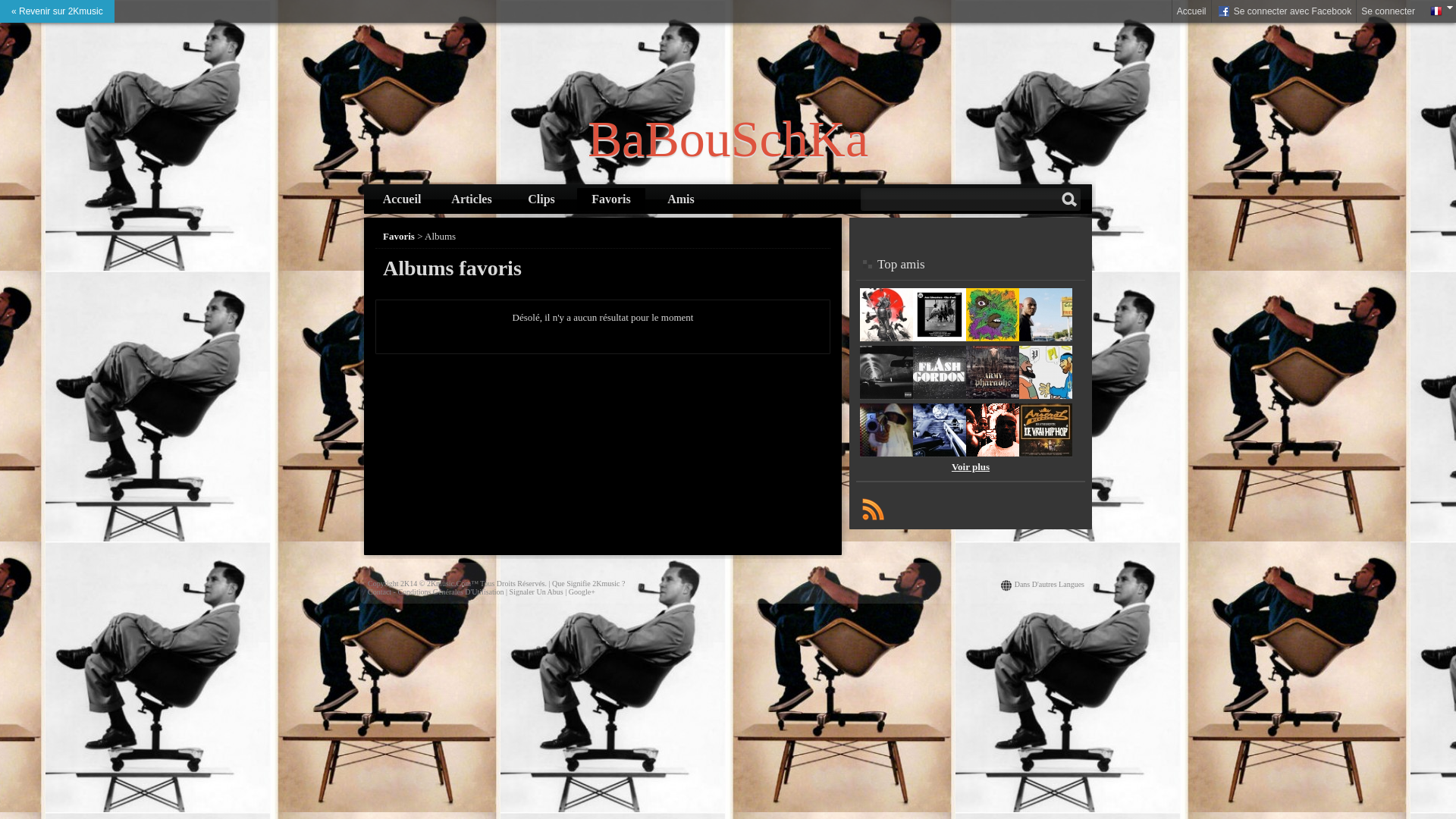 This screenshot has width=1456, height=819. What do you see at coordinates (541, 198) in the screenshot?
I see `'Clips'` at bounding box center [541, 198].